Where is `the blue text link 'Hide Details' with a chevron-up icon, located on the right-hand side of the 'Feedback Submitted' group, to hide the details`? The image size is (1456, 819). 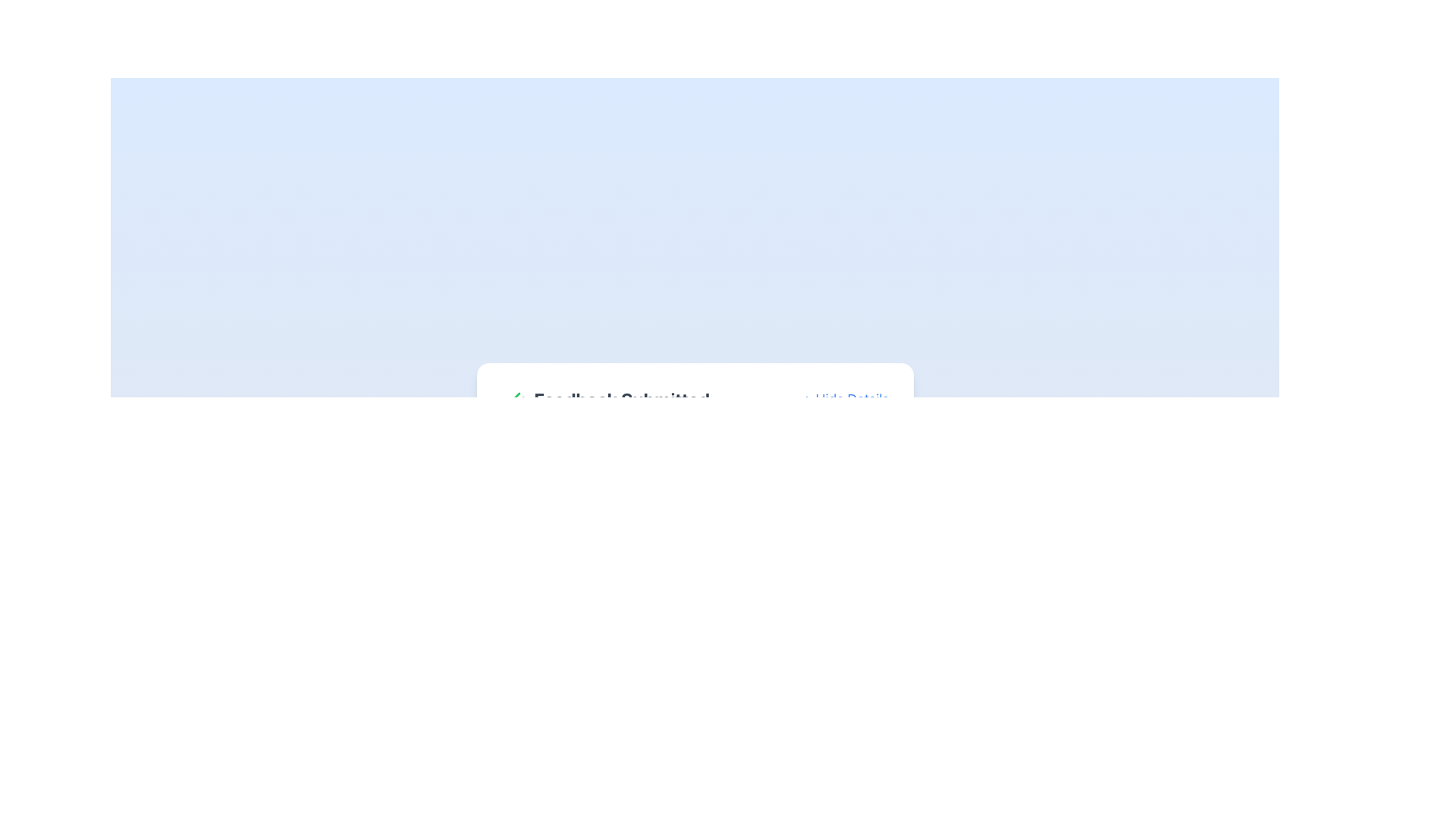
the blue text link 'Hide Details' with a chevron-up icon, located on the right-hand side of the 'Feedback Submitted' group, to hide the details is located at coordinates (843, 398).